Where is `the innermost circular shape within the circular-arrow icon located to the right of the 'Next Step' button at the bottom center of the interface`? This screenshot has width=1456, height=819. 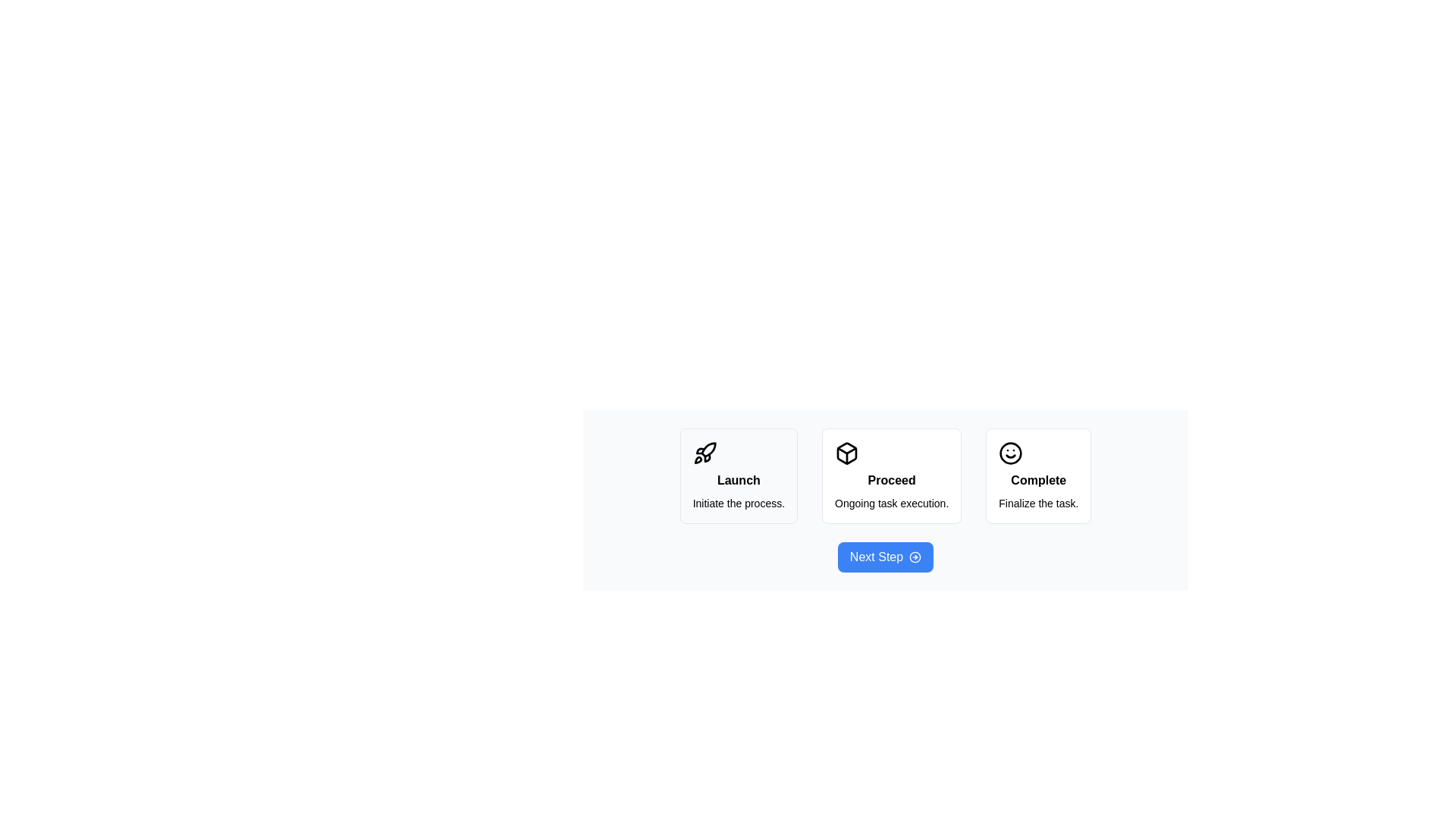
the innermost circular shape within the circular-arrow icon located to the right of the 'Next Step' button at the bottom center of the interface is located at coordinates (915, 557).